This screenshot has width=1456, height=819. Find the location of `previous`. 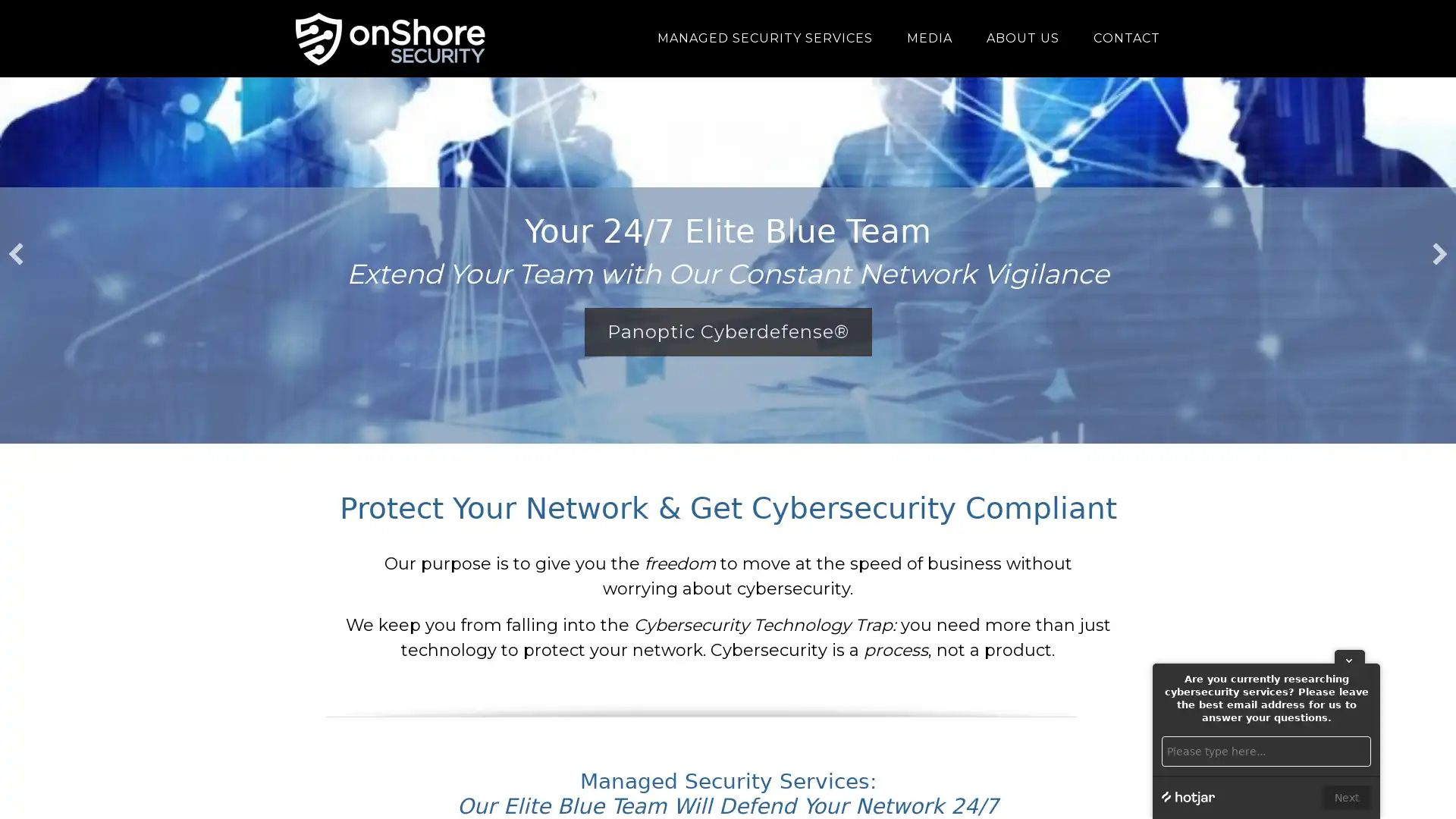

previous is located at coordinates (15, 253).